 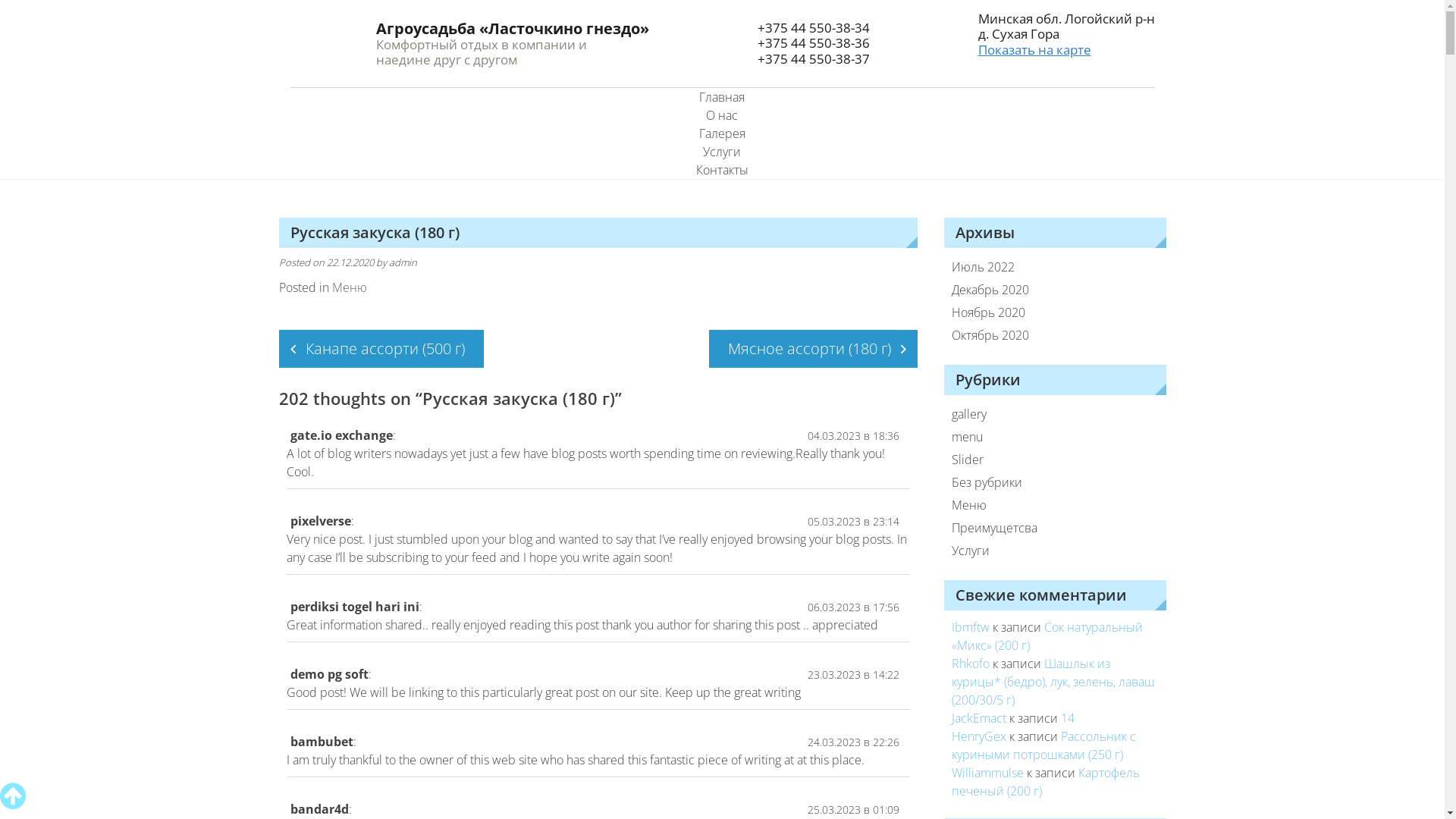 What do you see at coordinates (811, 58) in the screenshot?
I see `'+375 44 550-38-37'` at bounding box center [811, 58].